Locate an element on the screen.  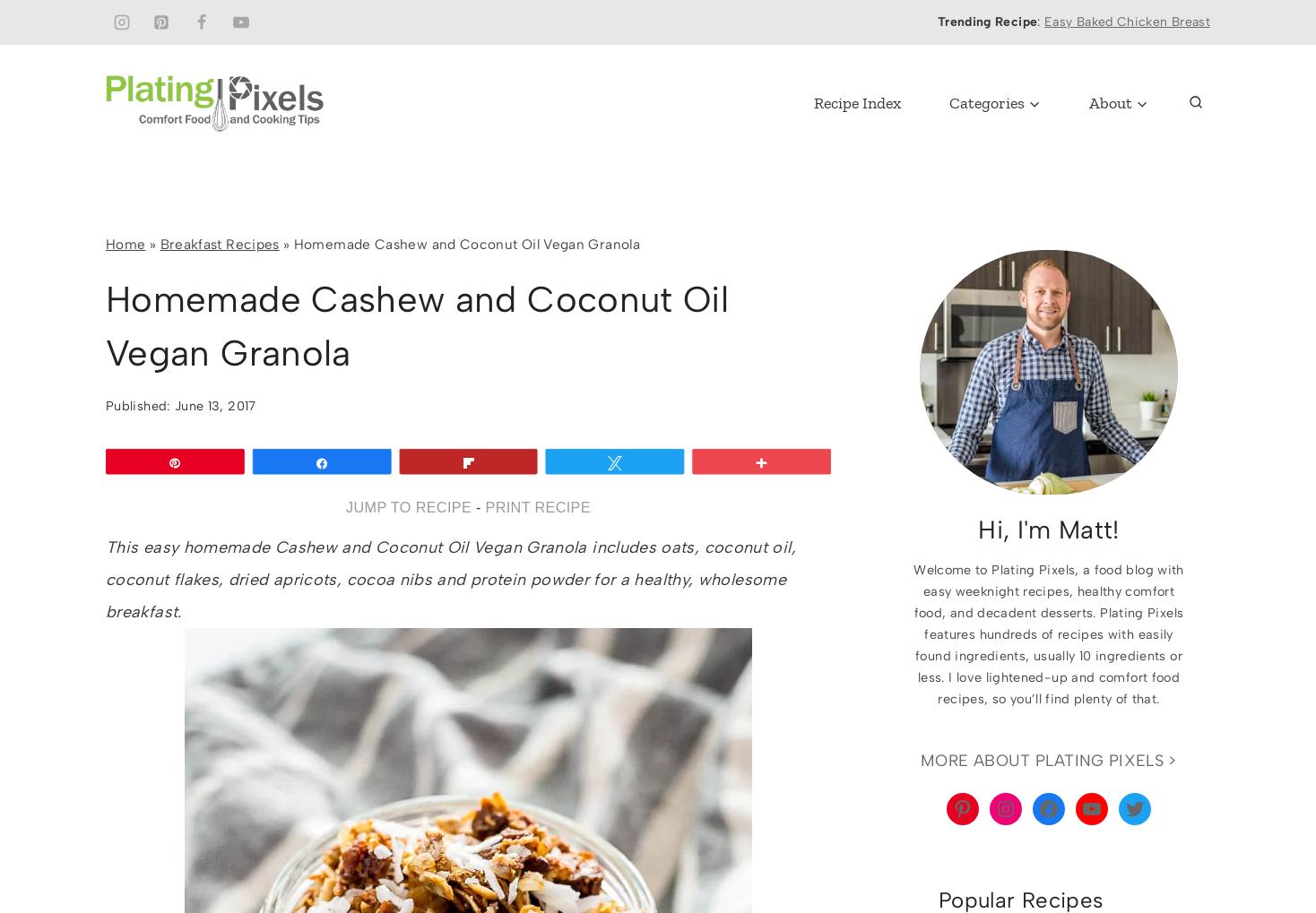
'Welcome to Plating Pixels, a food blog with easy weeknight recipes, healthy comfort food, and decadent desserts. Plating Pixels features hundreds of recipes with easily found ingredients, usually 10 ingredients or less. I love lightened-up and comfort food recipes, so you’ll find plenty of that.' is located at coordinates (1048, 633).